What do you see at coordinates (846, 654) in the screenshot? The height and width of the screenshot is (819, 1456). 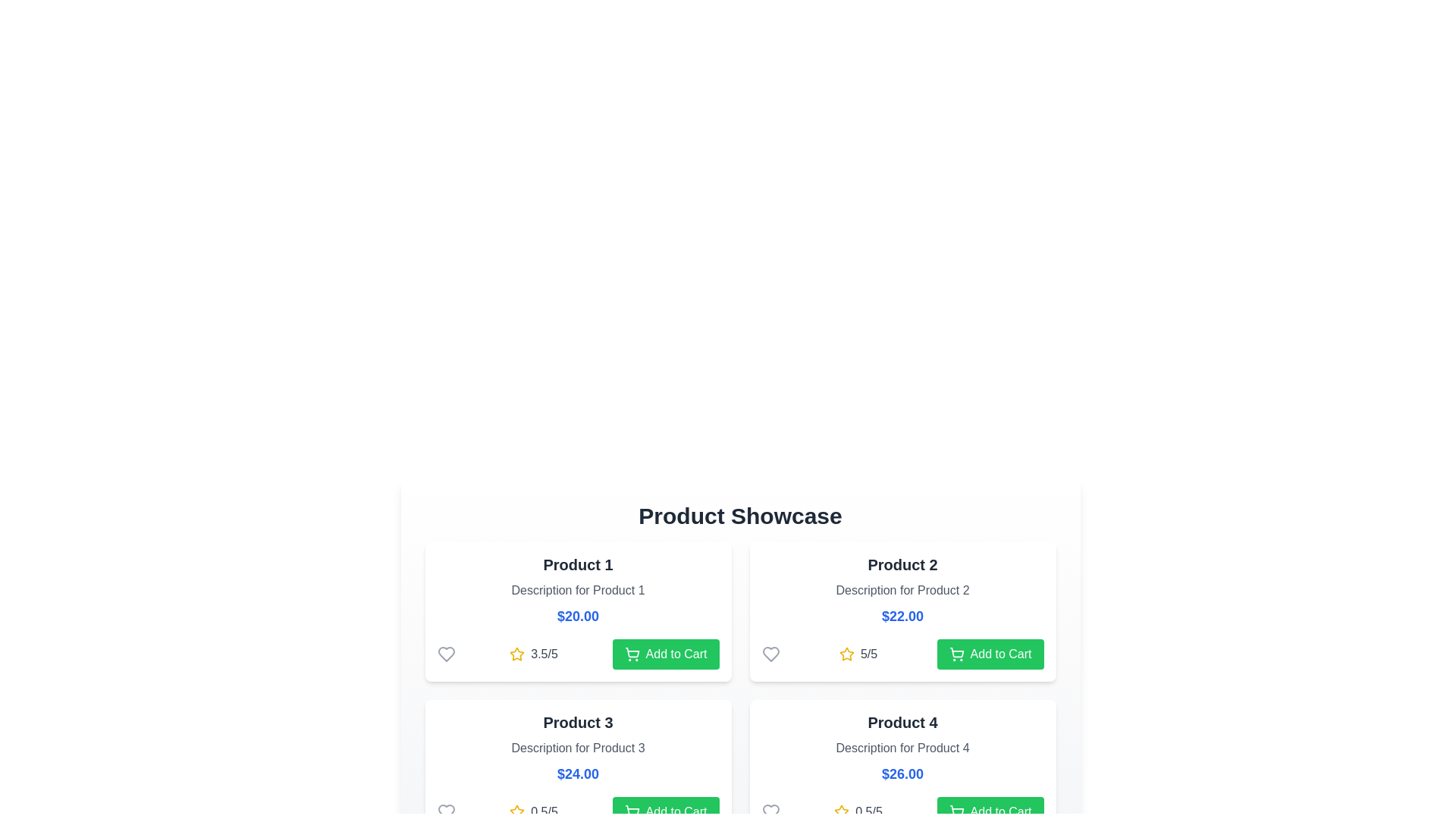 I see `the yellow five-pointed star icon adjacent to the text '5/5' for accessibility purposes` at bounding box center [846, 654].